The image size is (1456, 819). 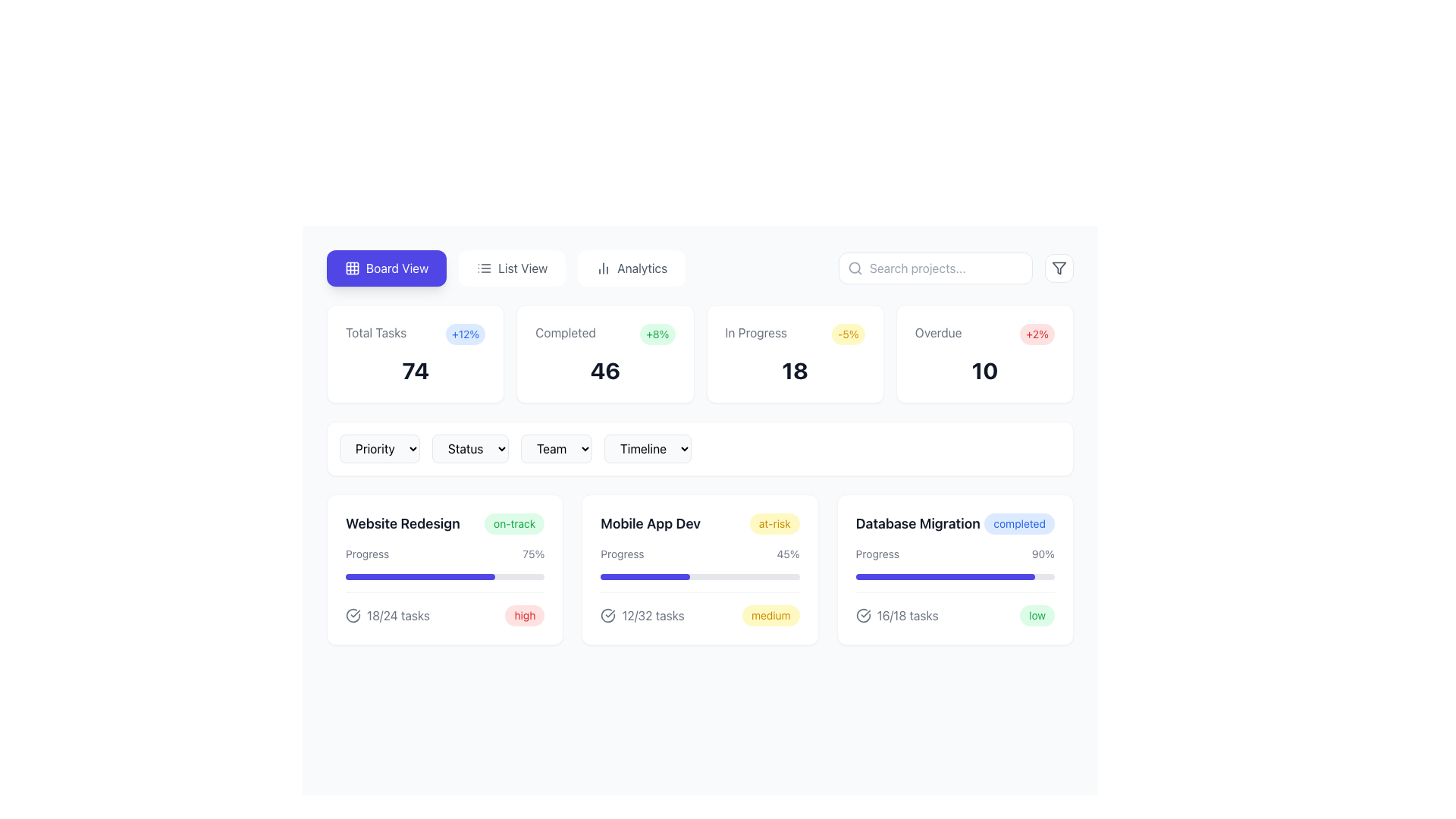 What do you see at coordinates (1058, 268) in the screenshot?
I see `the circular button with a white background and a dark gray outlined funnel icon located at the top-right corner of the main interface to apply or modify filters` at bounding box center [1058, 268].